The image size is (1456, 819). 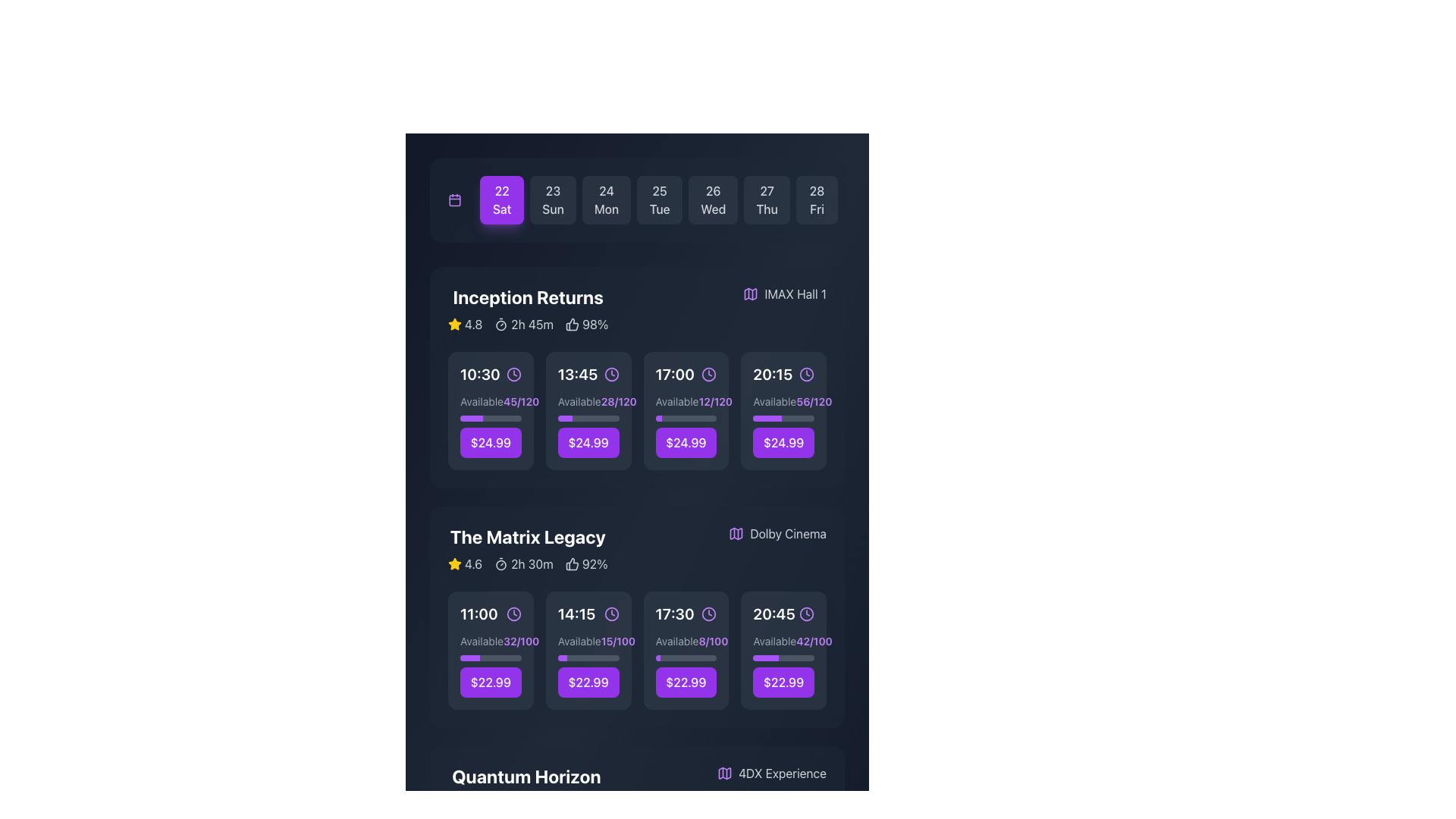 I want to click on the button labeled '27 Thu' which is the sixth button in a horizontal row, positioned between '26 Wed' and '28 Fri', so click(x=767, y=199).